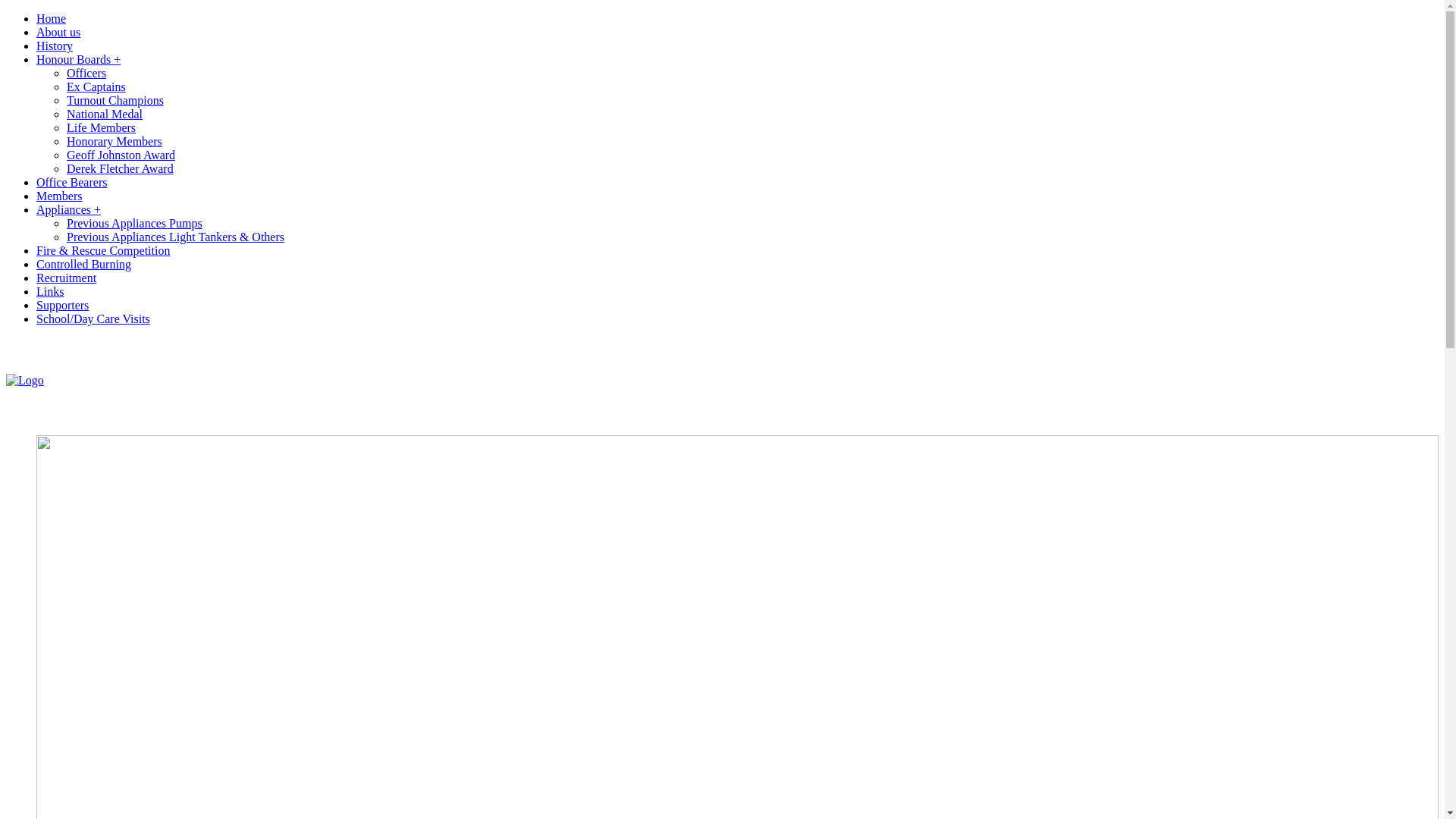  I want to click on 'Home', so click(36, 18).